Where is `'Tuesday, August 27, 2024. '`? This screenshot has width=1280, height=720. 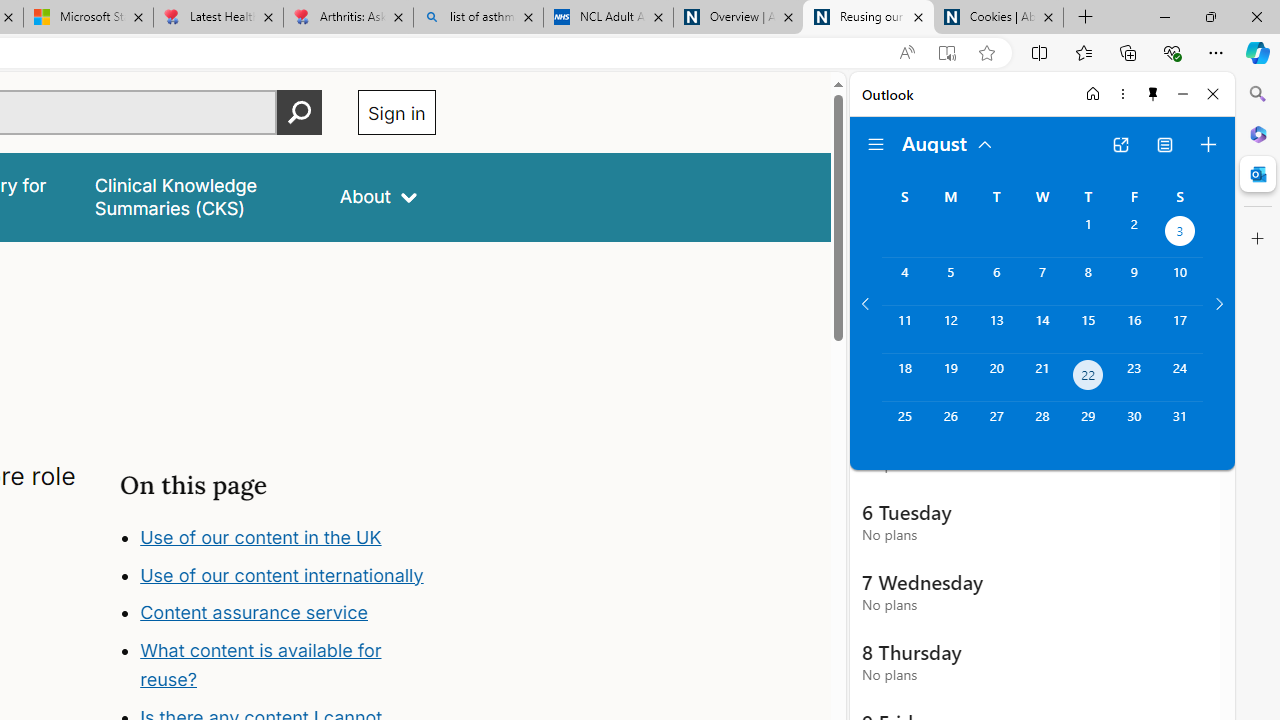
'Tuesday, August 27, 2024. ' is located at coordinates (996, 424).